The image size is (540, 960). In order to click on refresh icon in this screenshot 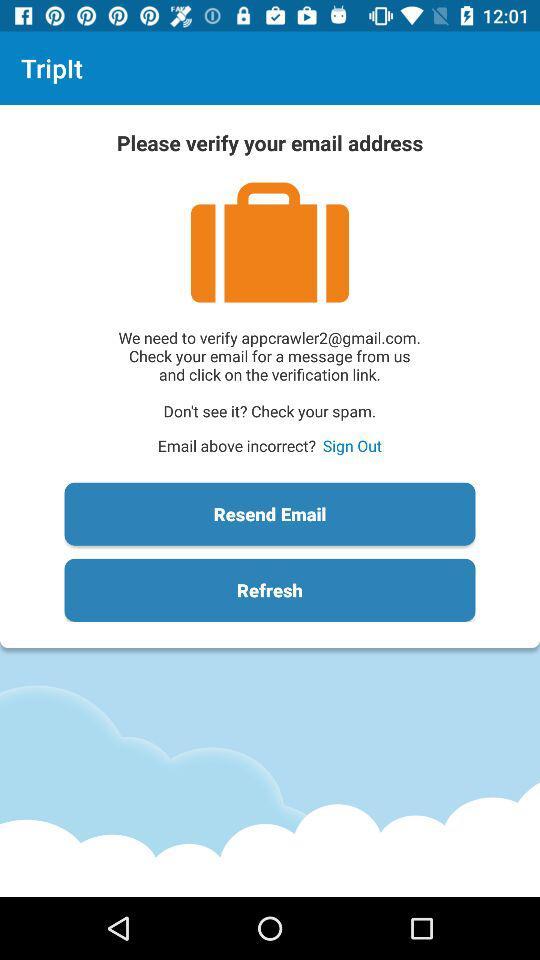, I will do `click(270, 590)`.